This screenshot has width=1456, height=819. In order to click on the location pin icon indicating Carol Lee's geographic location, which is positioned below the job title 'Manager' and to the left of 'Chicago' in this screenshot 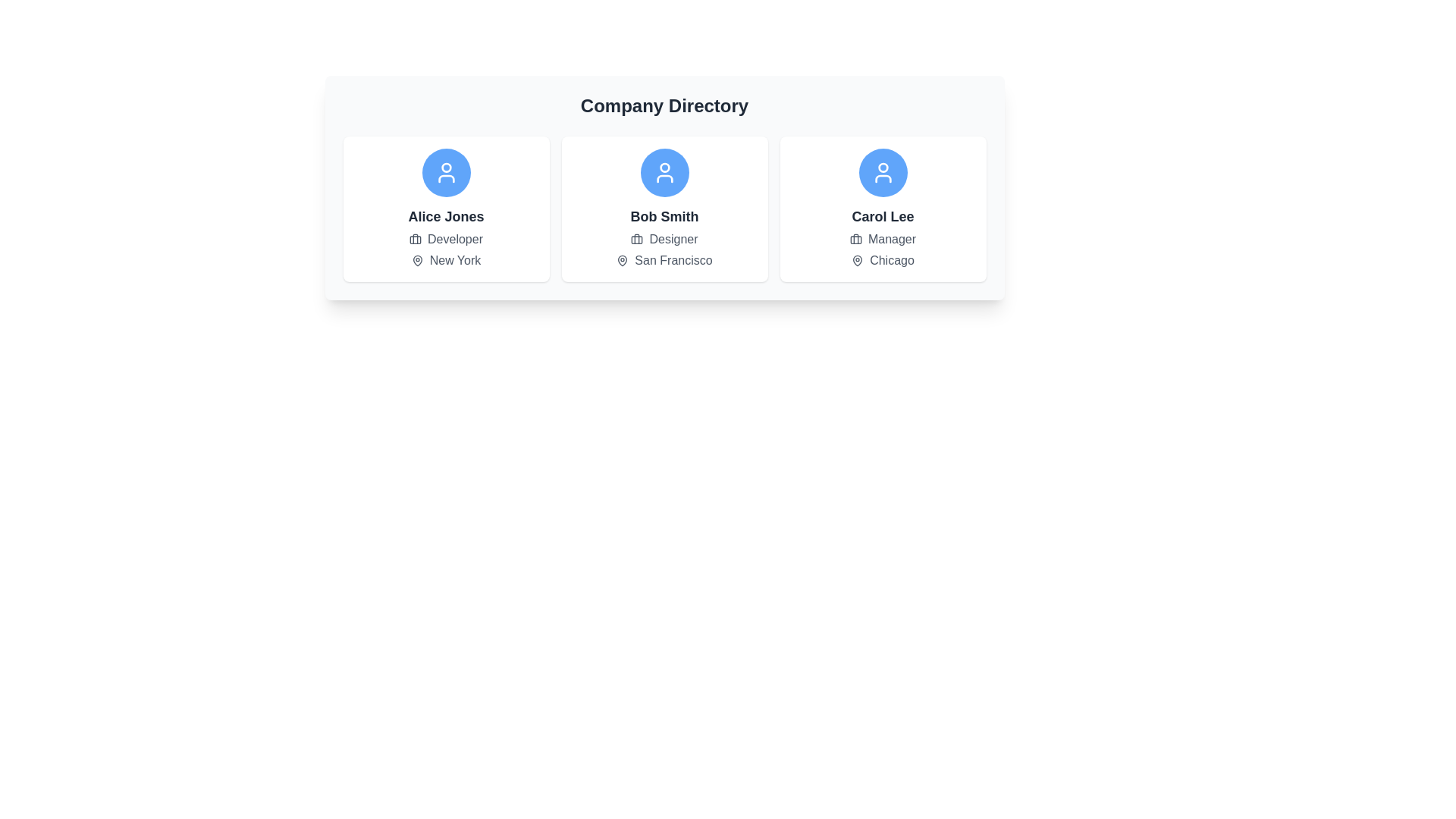, I will do `click(858, 259)`.